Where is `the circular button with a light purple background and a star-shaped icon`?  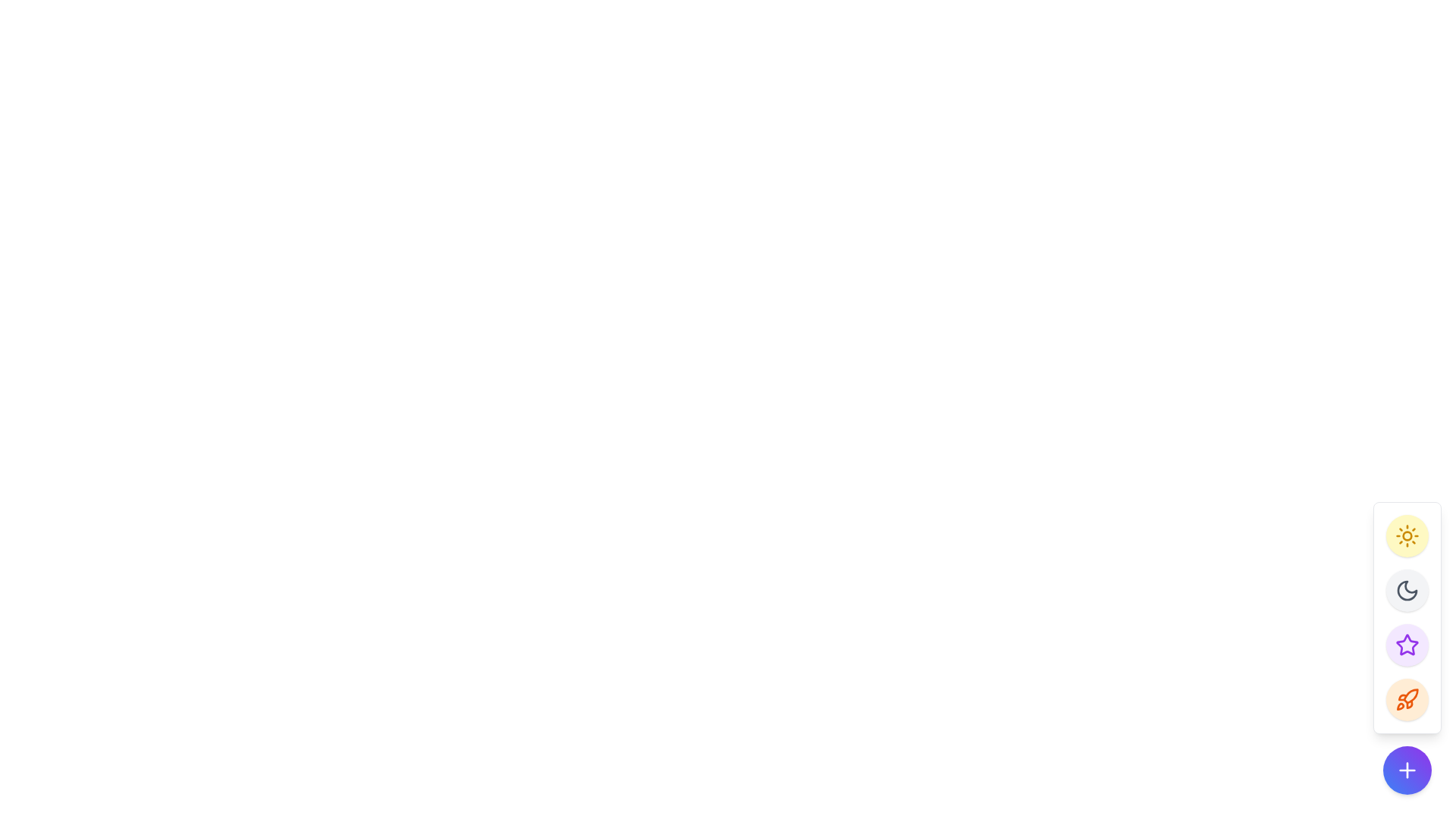 the circular button with a light purple background and a star-shaped icon is located at coordinates (1407, 645).